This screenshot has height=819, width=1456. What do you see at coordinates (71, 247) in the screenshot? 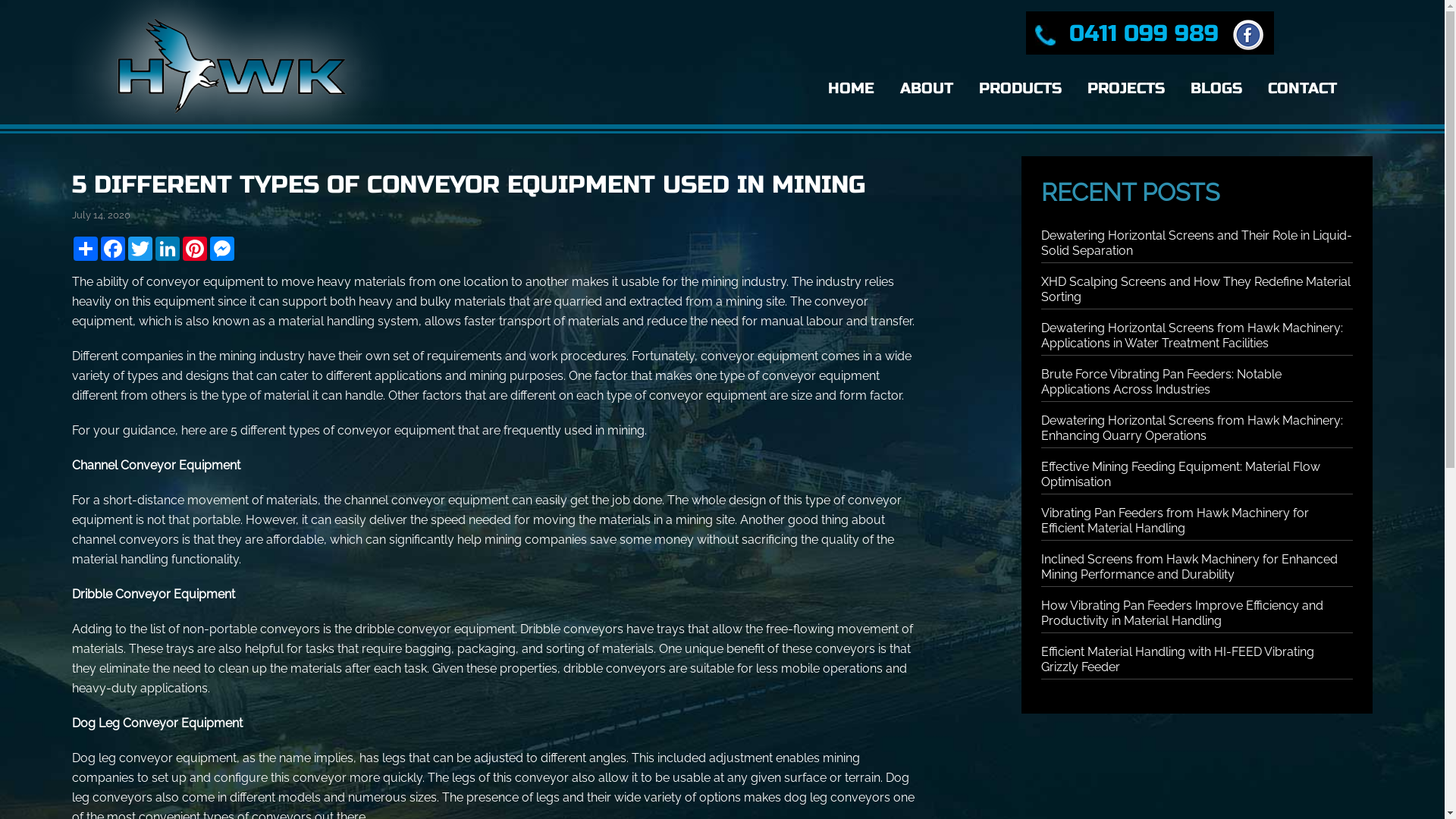
I see `'Share'` at bounding box center [71, 247].